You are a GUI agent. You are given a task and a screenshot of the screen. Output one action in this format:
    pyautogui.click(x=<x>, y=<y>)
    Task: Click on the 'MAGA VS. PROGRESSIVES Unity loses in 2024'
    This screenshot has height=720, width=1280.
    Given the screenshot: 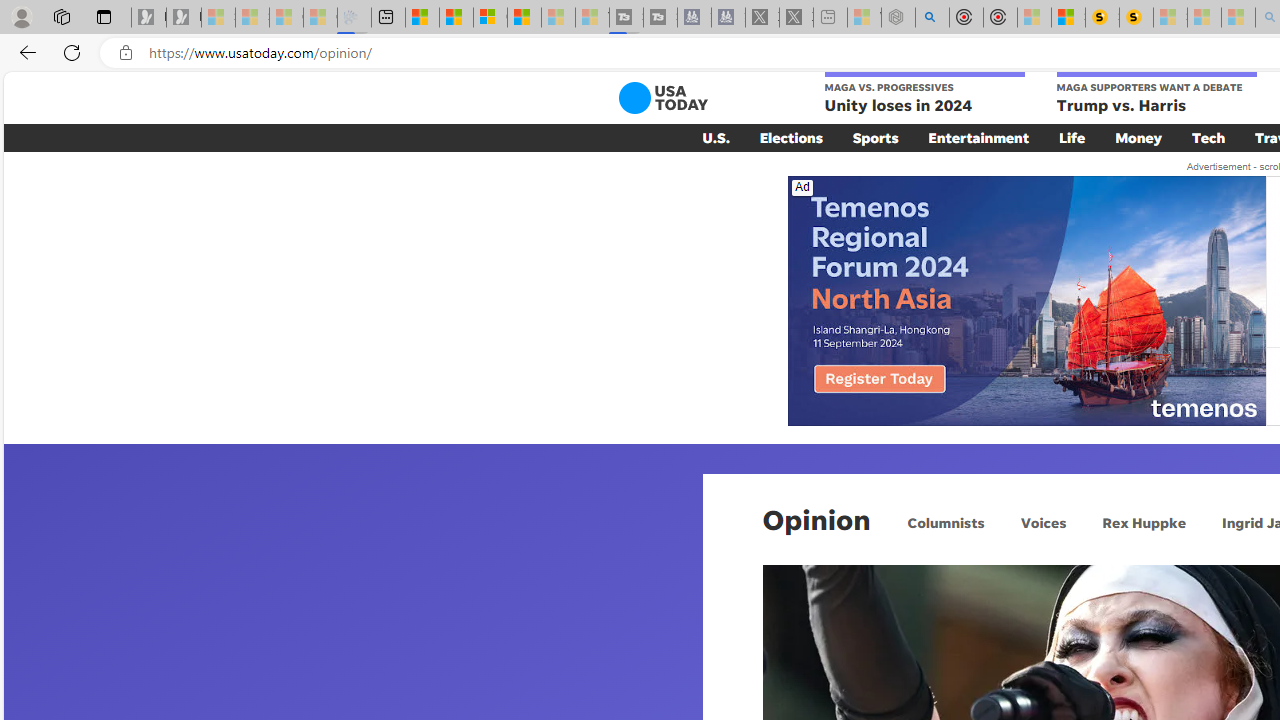 What is the action you would take?
    pyautogui.click(x=923, y=94)
    